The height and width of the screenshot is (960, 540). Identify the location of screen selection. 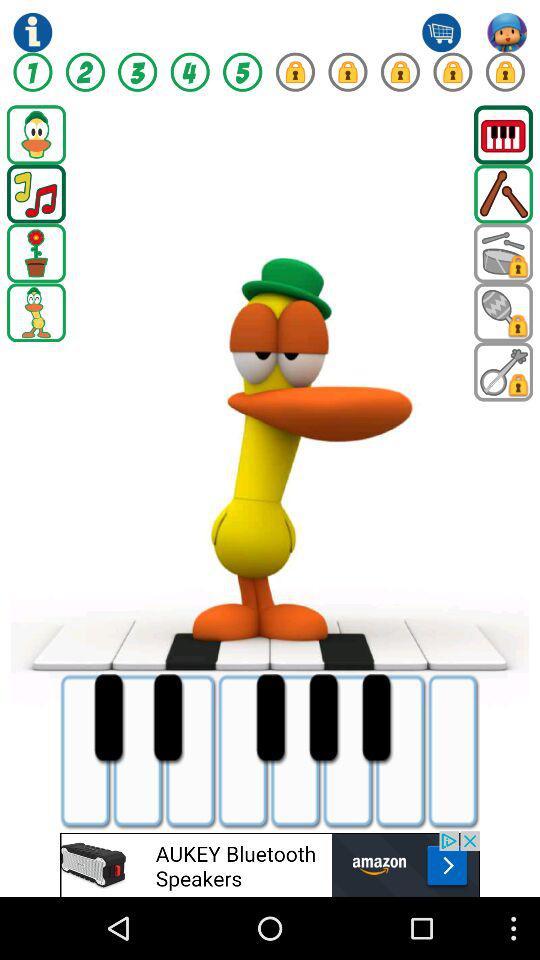
(36, 133).